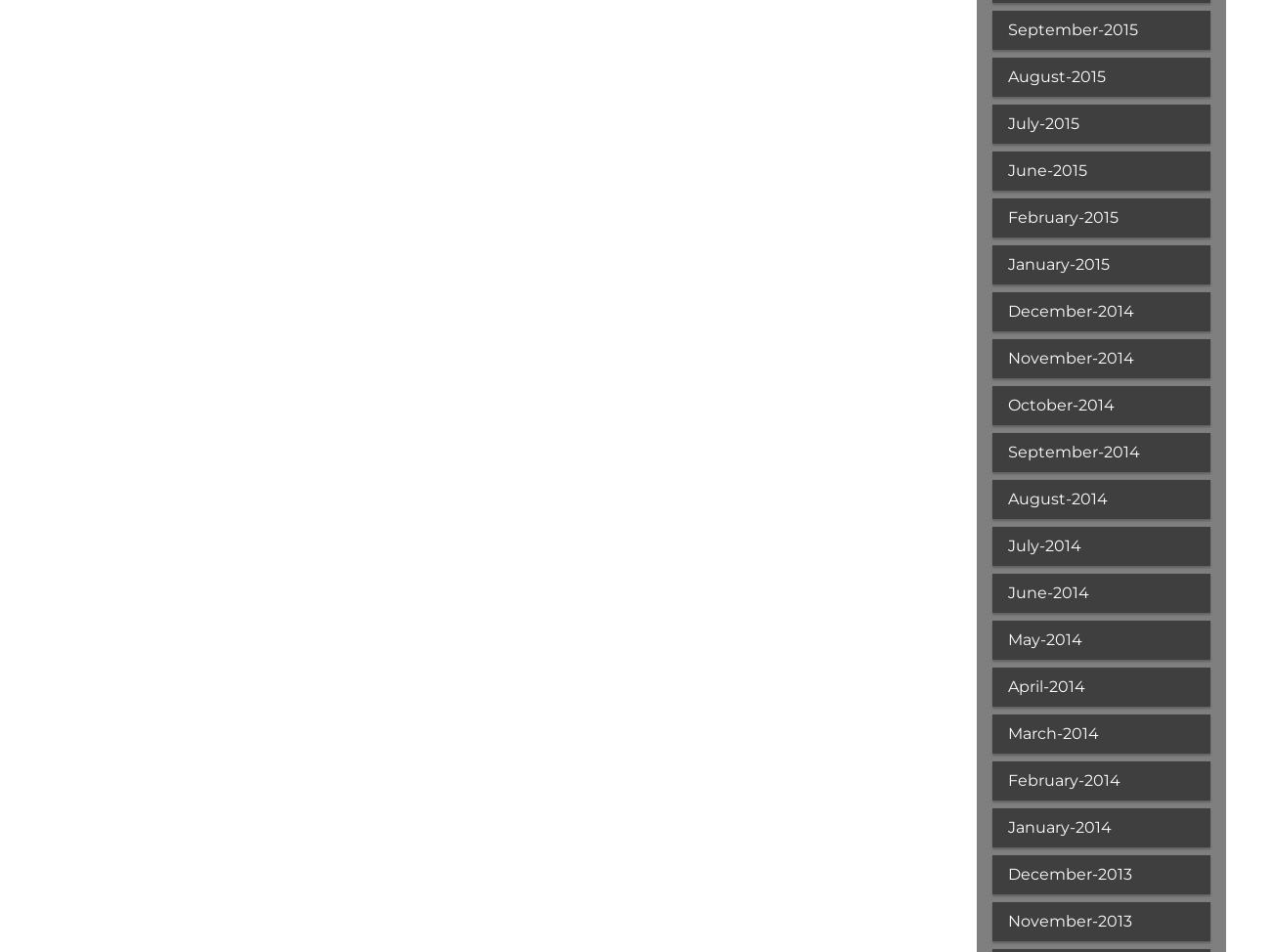 This screenshot has height=952, width=1274. What do you see at coordinates (1057, 263) in the screenshot?
I see `'January-2015'` at bounding box center [1057, 263].